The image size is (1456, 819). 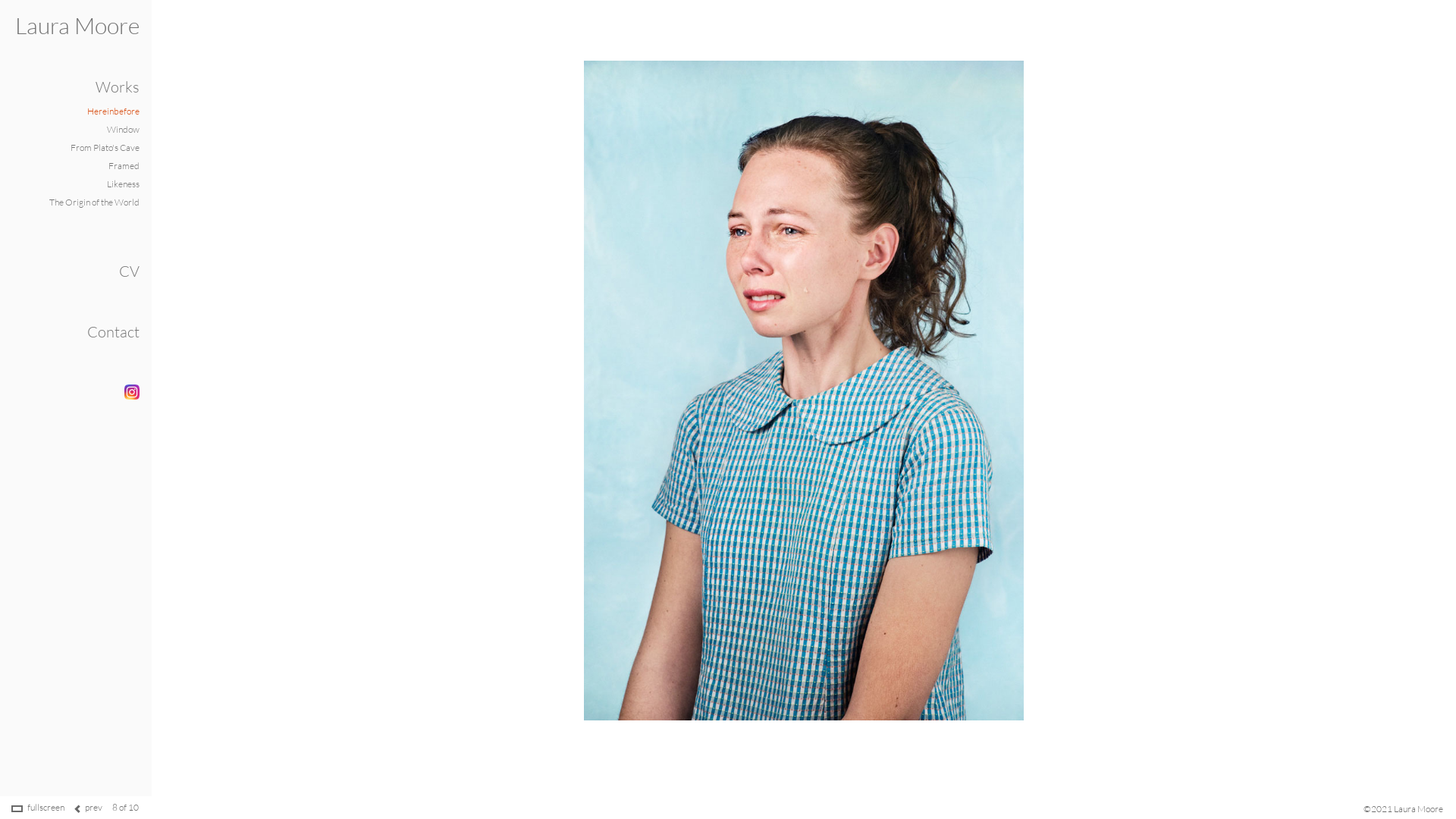 What do you see at coordinates (108, 165) in the screenshot?
I see `'Framed'` at bounding box center [108, 165].